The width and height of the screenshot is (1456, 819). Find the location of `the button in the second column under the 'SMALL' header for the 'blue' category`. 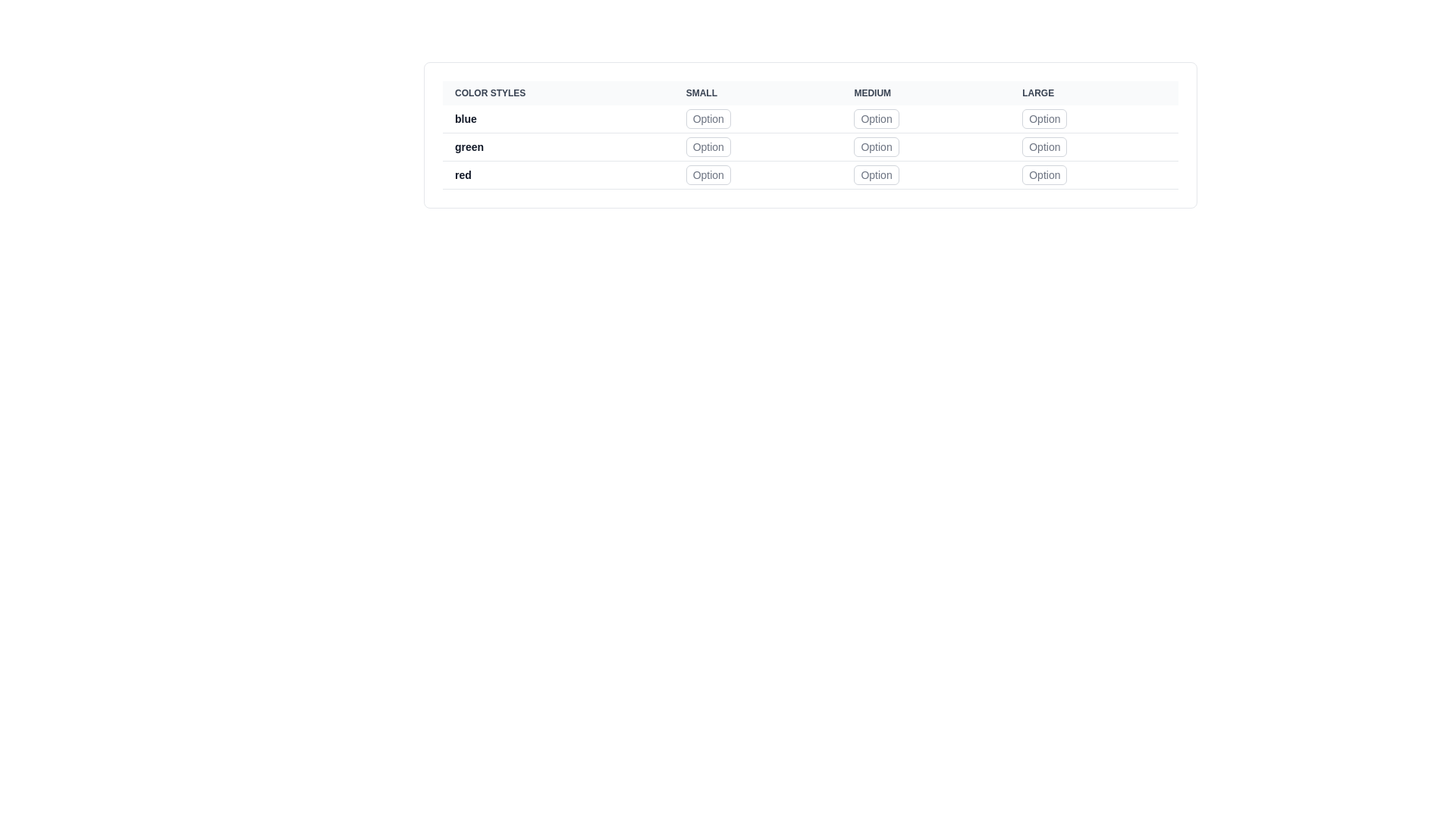

the button in the second column under the 'SMALL' header for the 'blue' category is located at coordinates (708, 118).